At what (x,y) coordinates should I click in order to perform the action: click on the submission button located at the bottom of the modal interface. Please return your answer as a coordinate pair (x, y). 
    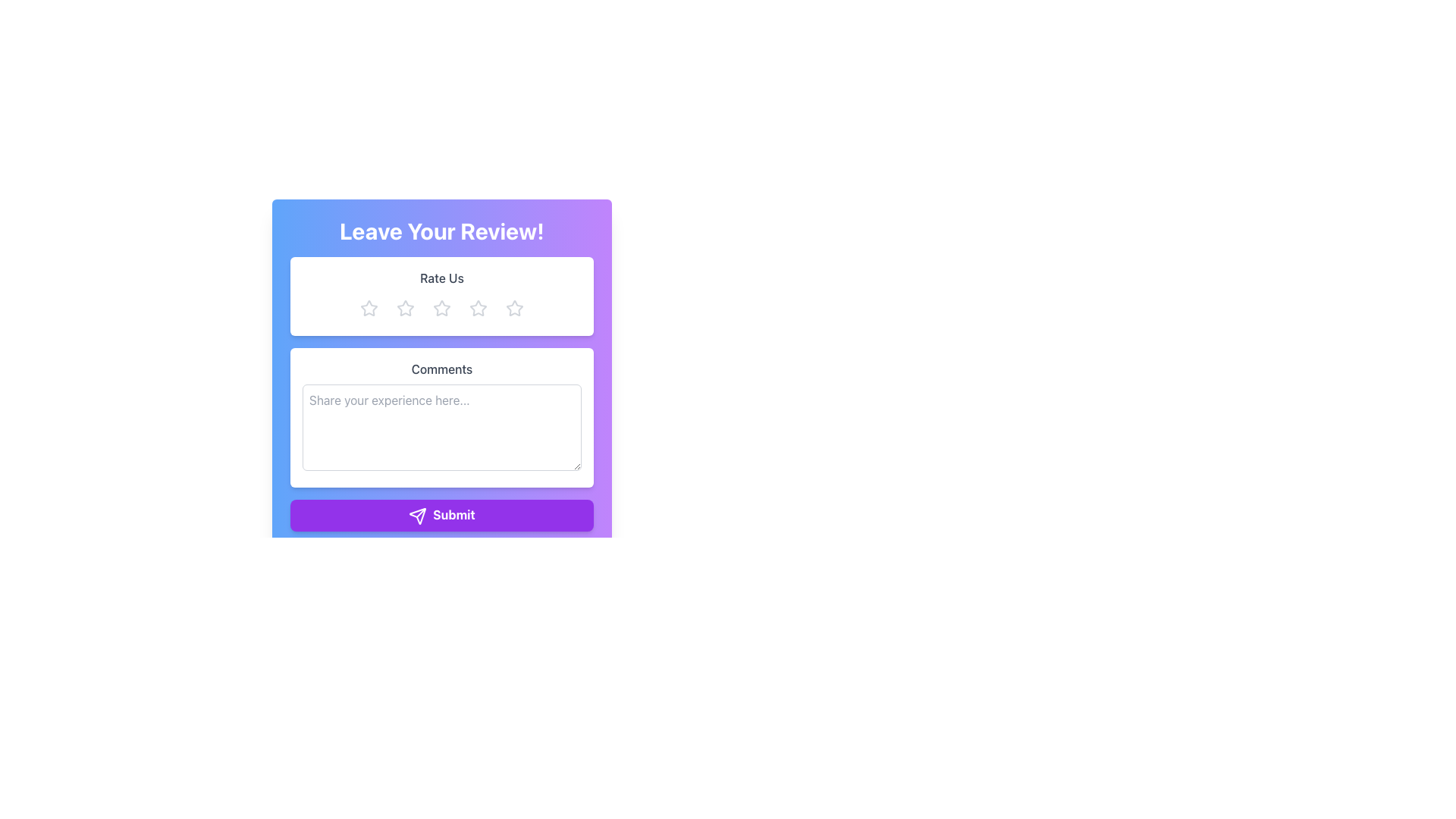
    Looking at the image, I should click on (441, 513).